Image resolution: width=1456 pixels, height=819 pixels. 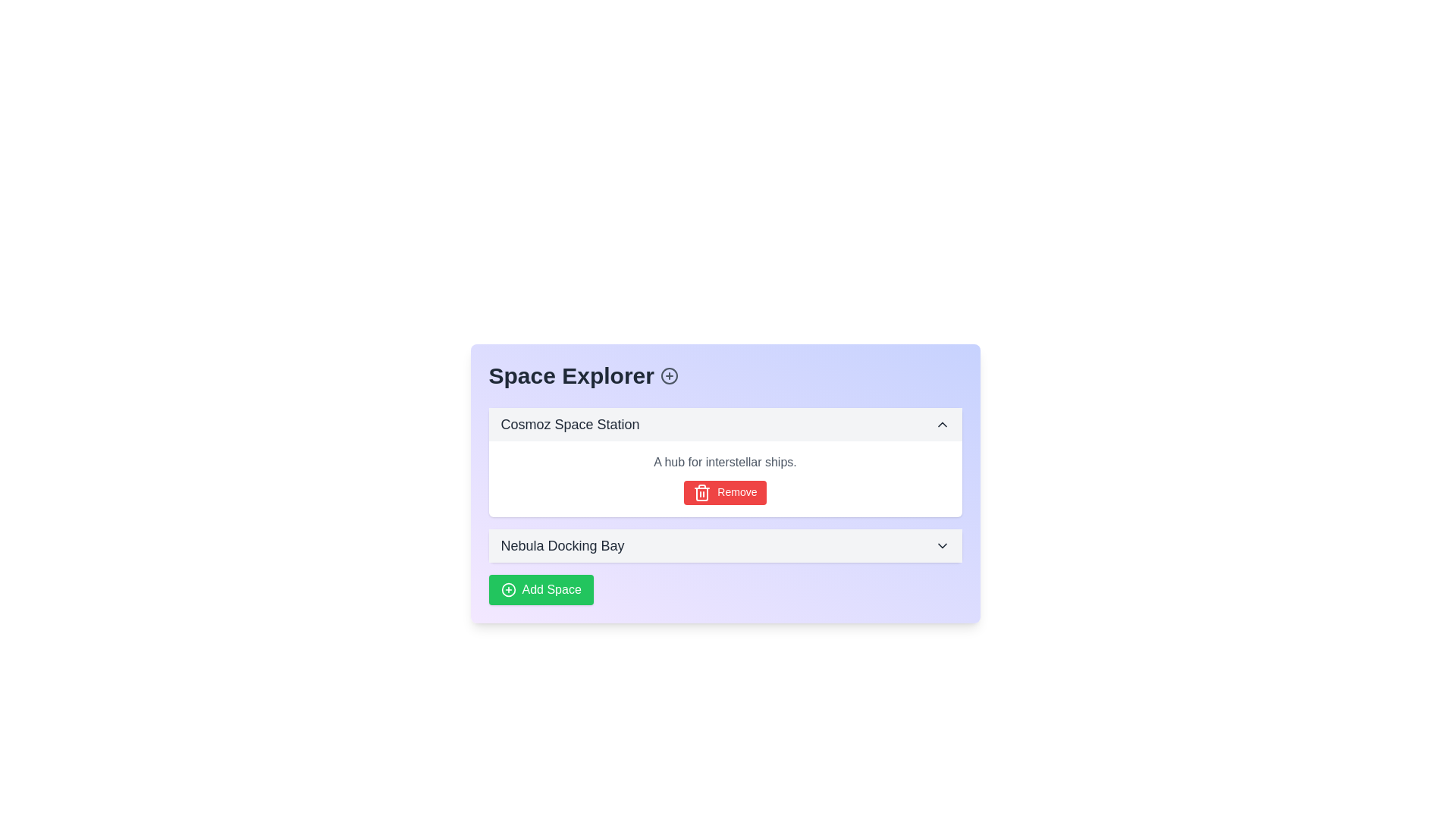 I want to click on the 'Remove' button with a red background and a trash icon, so click(x=724, y=493).